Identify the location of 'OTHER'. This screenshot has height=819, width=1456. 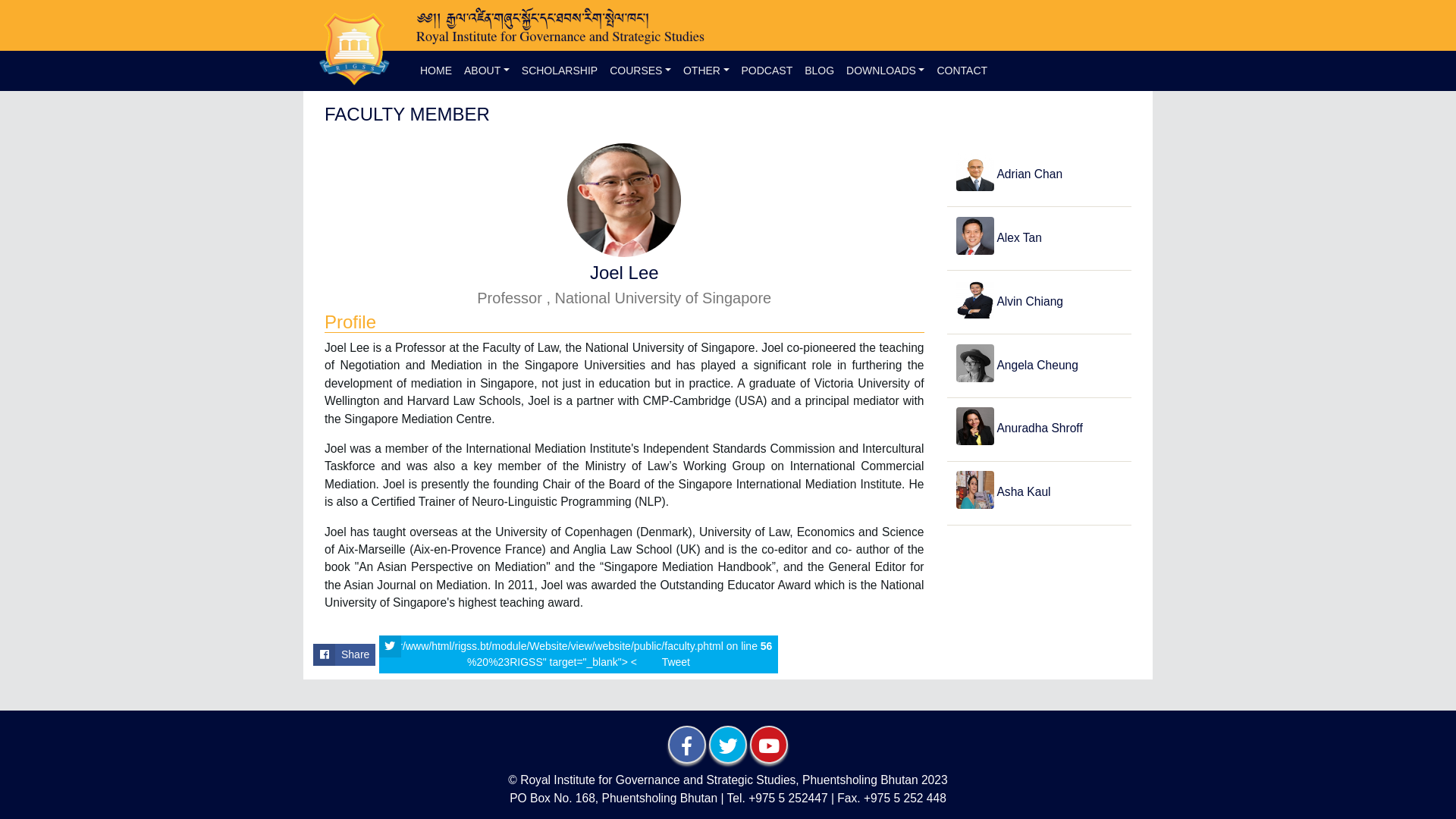
(705, 71).